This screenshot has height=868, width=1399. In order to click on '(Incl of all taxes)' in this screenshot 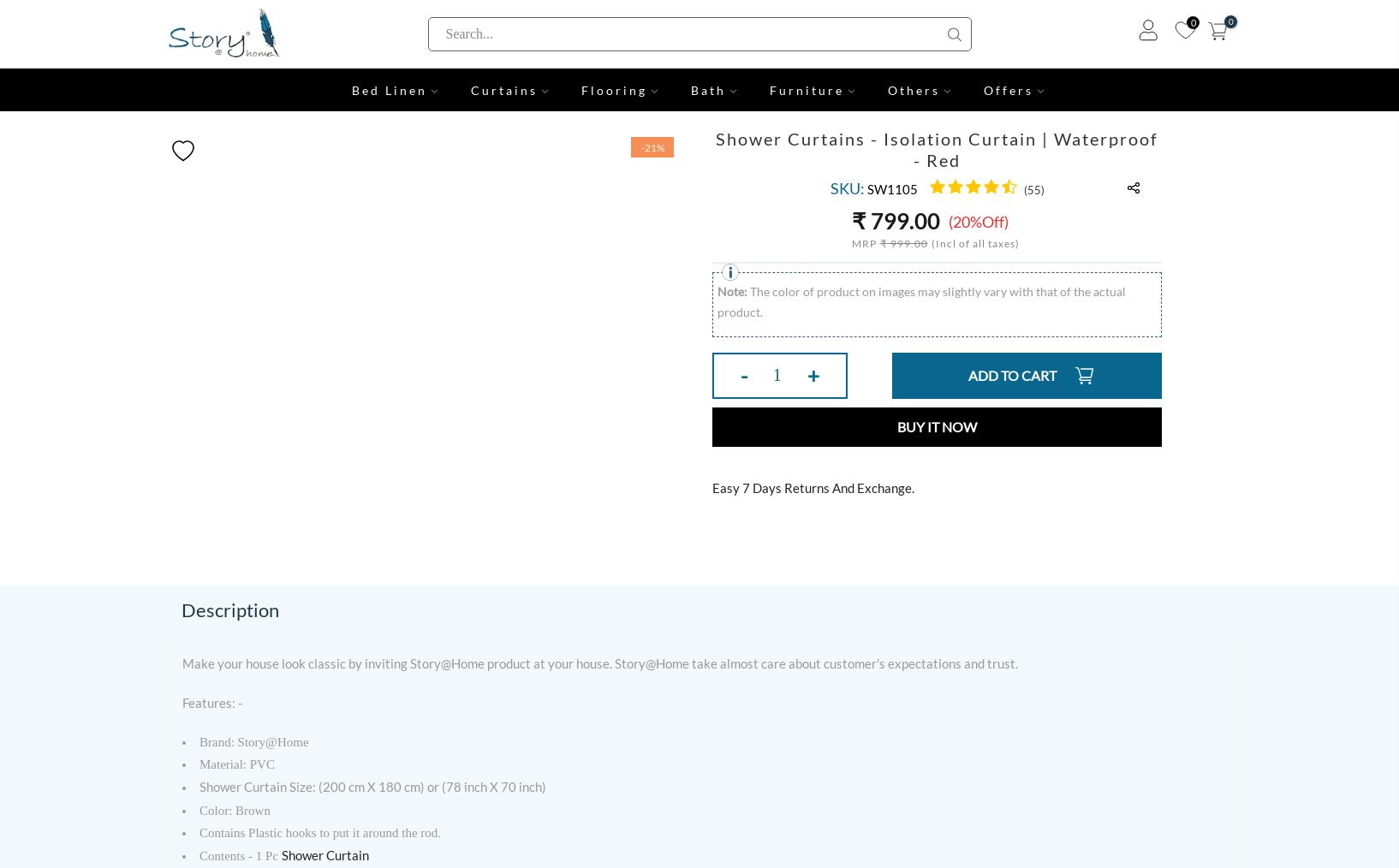, I will do `click(974, 242)`.